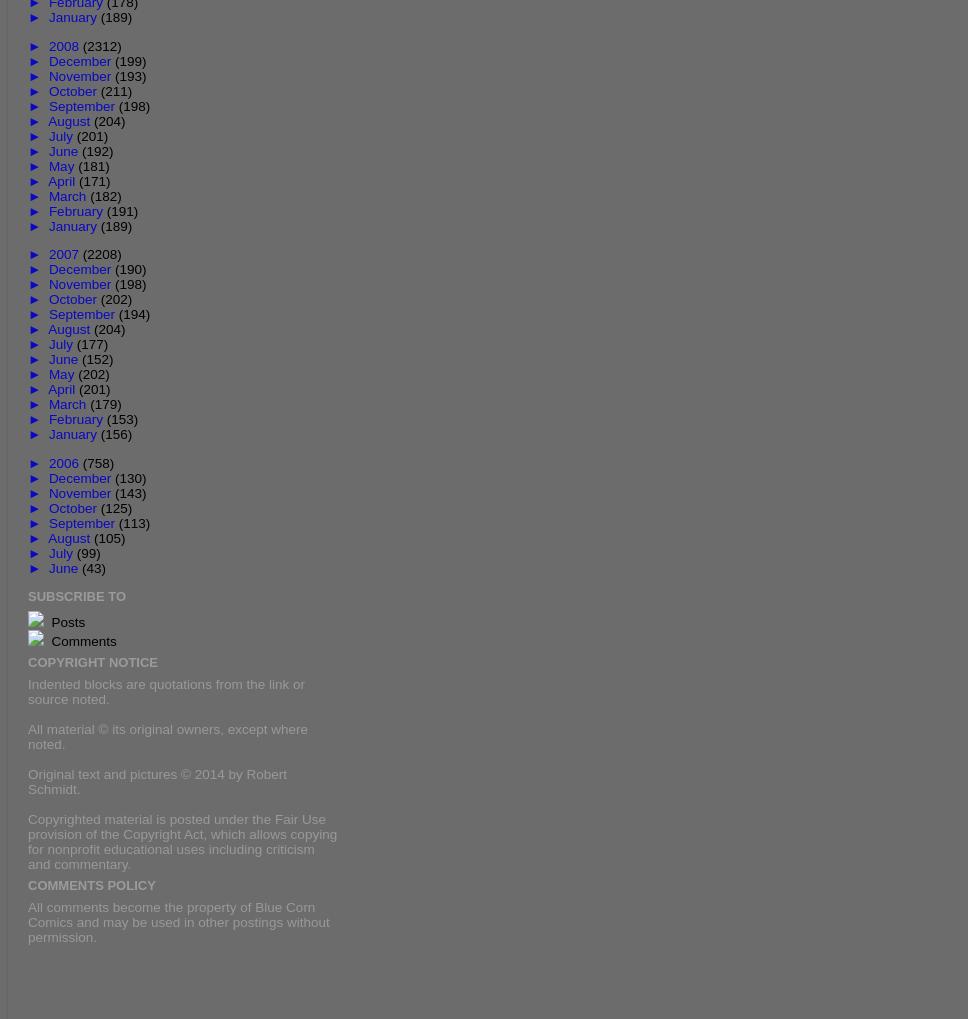 The height and width of the screenshot is (1019, 968). What do you see at coordinates (150, 818) in the screenshot?
I see `'Copyrighted material is posted under the'` at bounding box center [150, 818].